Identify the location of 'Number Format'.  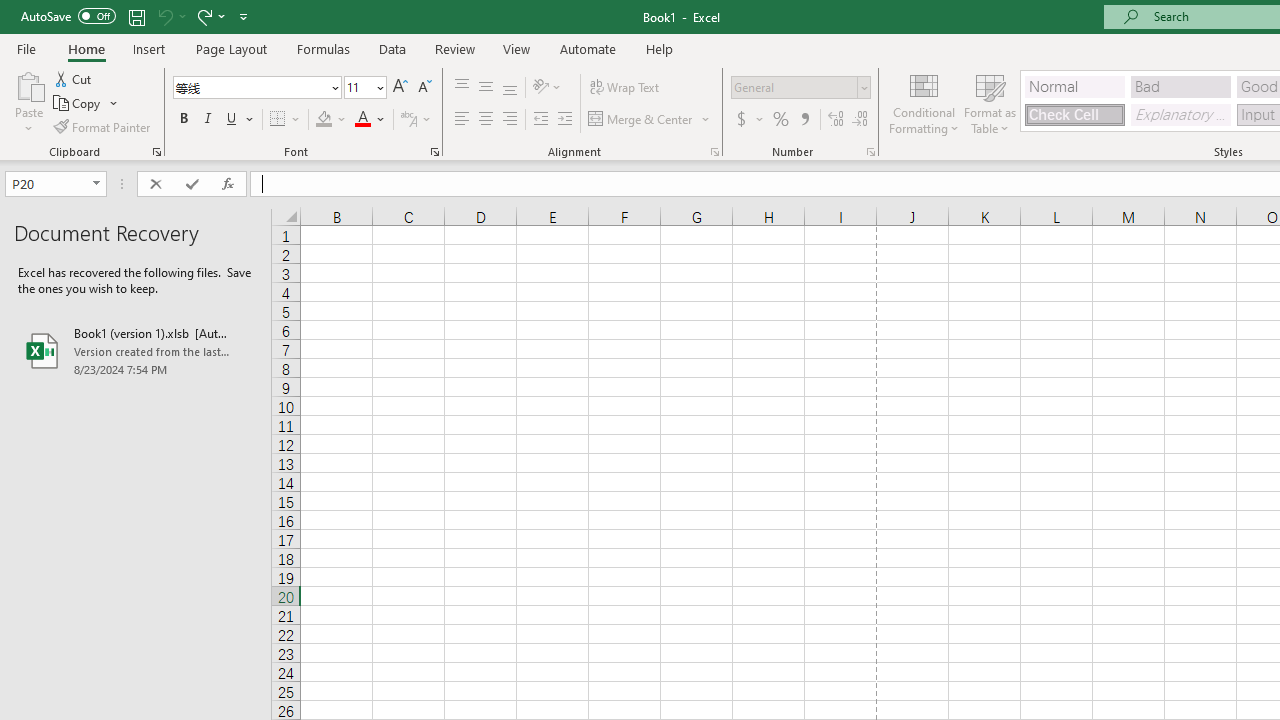
(800, 86).